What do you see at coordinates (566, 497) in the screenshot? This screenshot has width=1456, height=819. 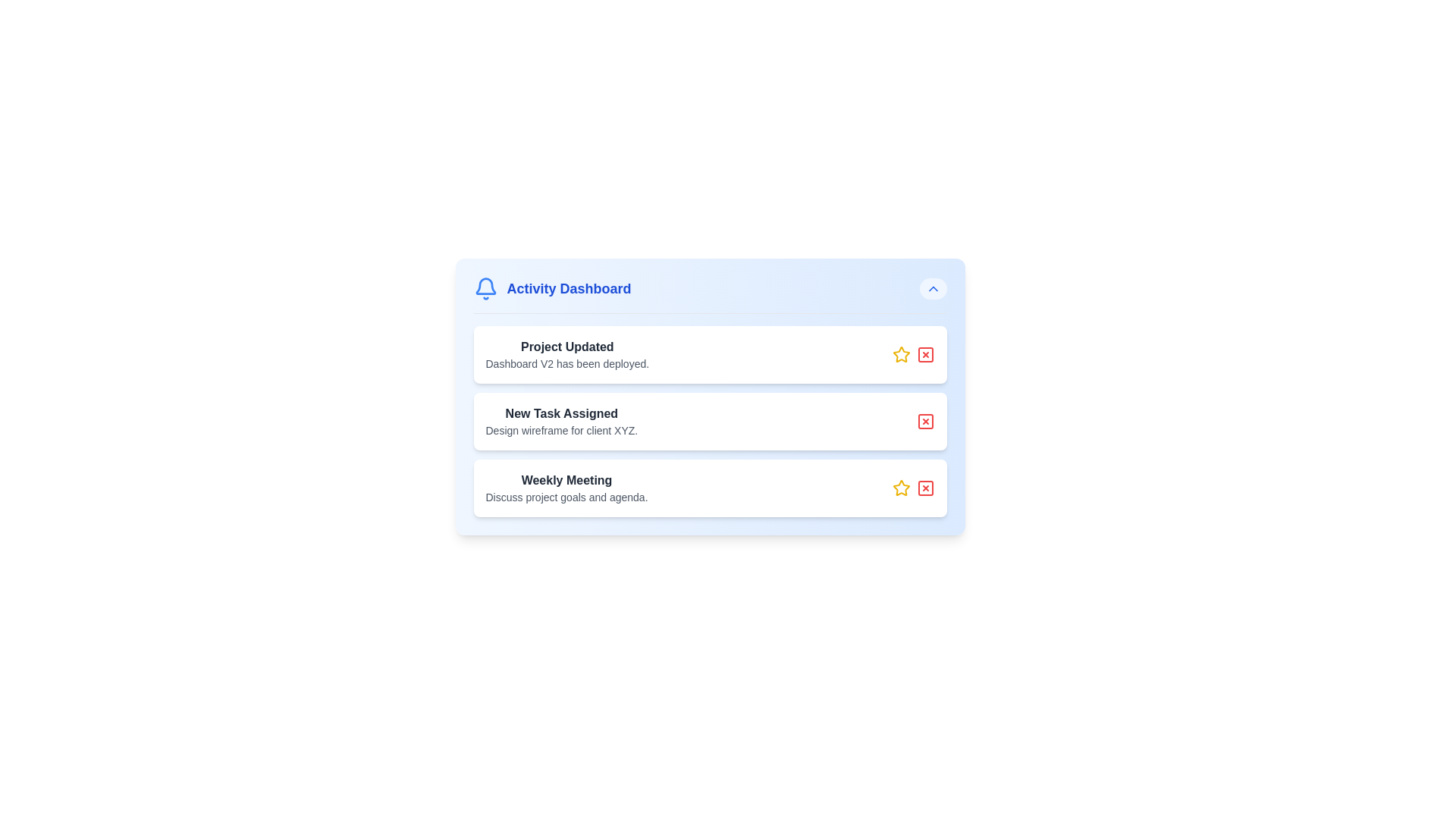 I see `the text label that reads 'Discuss project goals and agenda.' located under the heading 'Weekly Meeting' in the Activity Dashboard section` at bounding box center [566, 497].